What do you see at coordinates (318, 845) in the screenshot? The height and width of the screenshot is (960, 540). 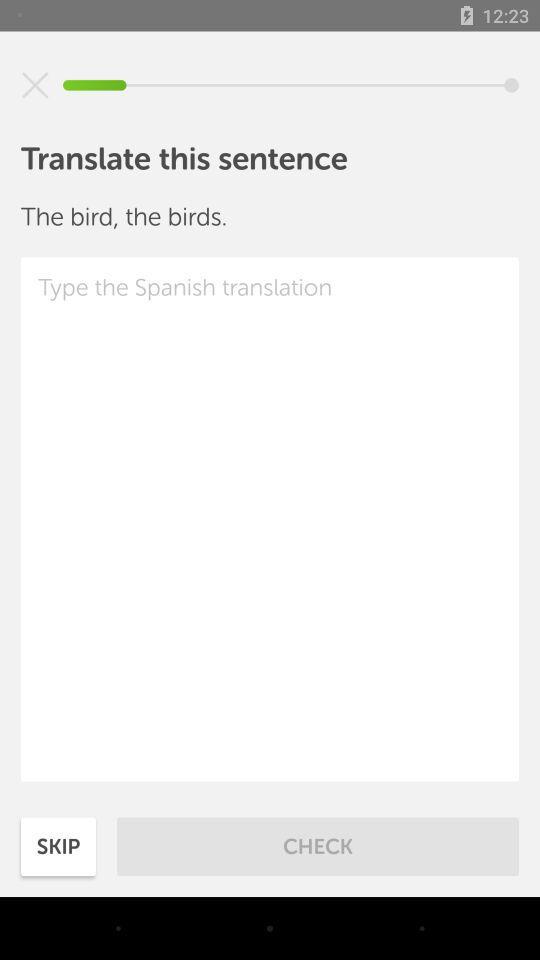 I see `item next to skip item` at bounding box center [318, 845].